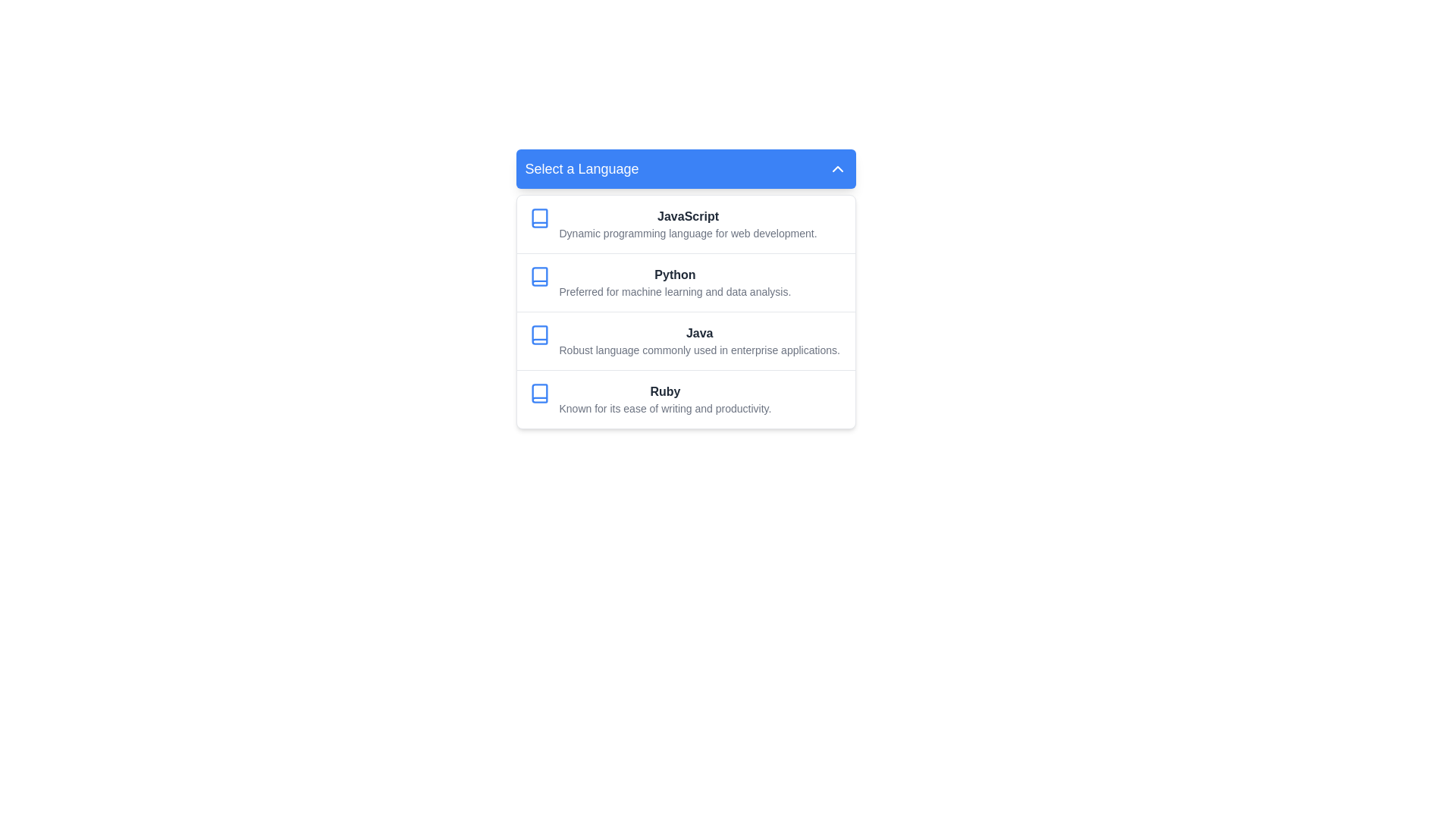  What do you see at coordinates (539, 393) in the screenshot?
I see `the blue book icon representing Ruby, the fourth icon in the vertical list of language options, to inspect its details` at bounding box center [539, 393].